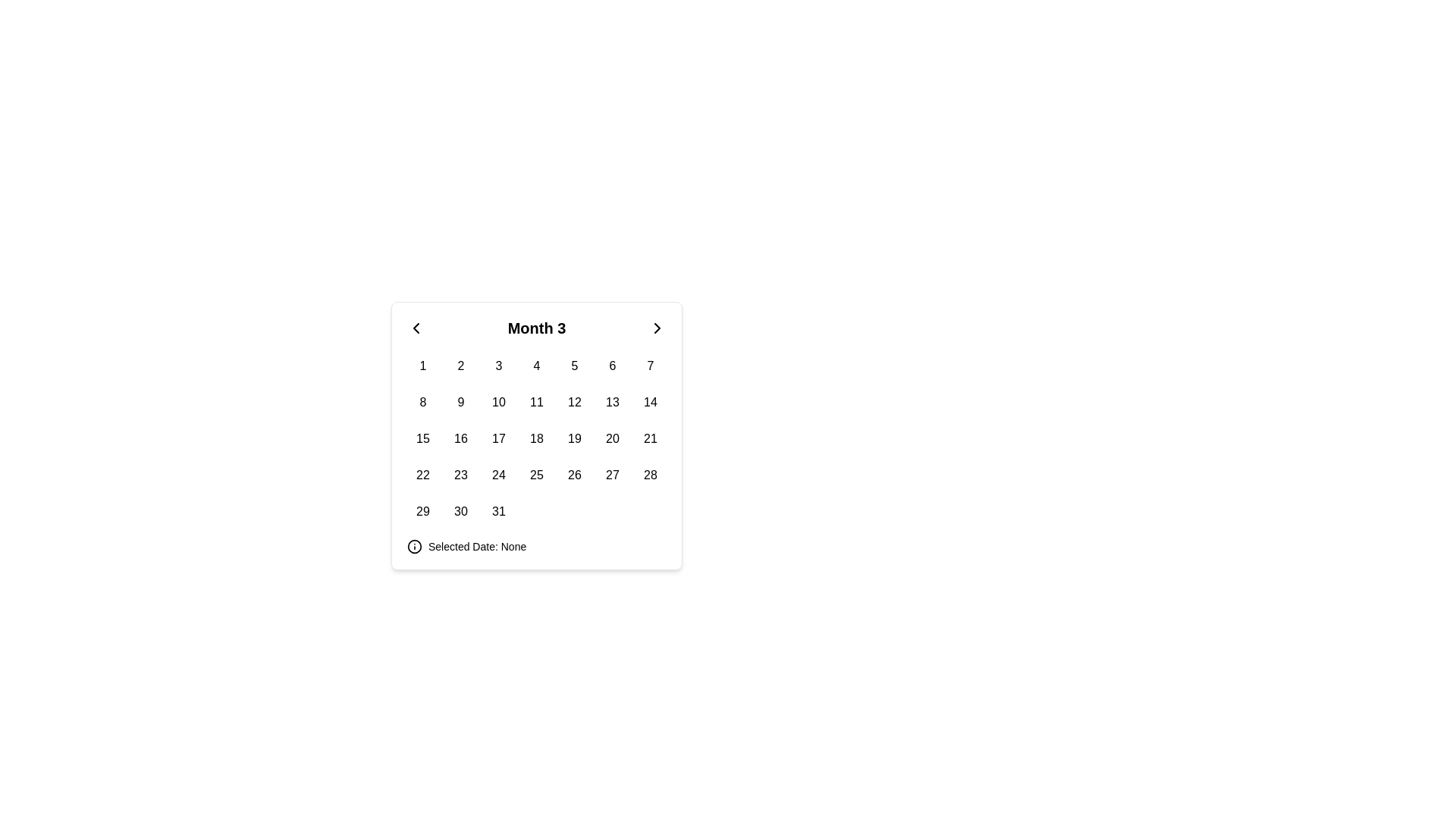  Describe the element at coordinates (574, 438) in the screenshot. I see `the calendar day cell representing the 19th day in the calendar interface under 'Month 3'. This element is visually styled as a button but is non-interactive` at that location.